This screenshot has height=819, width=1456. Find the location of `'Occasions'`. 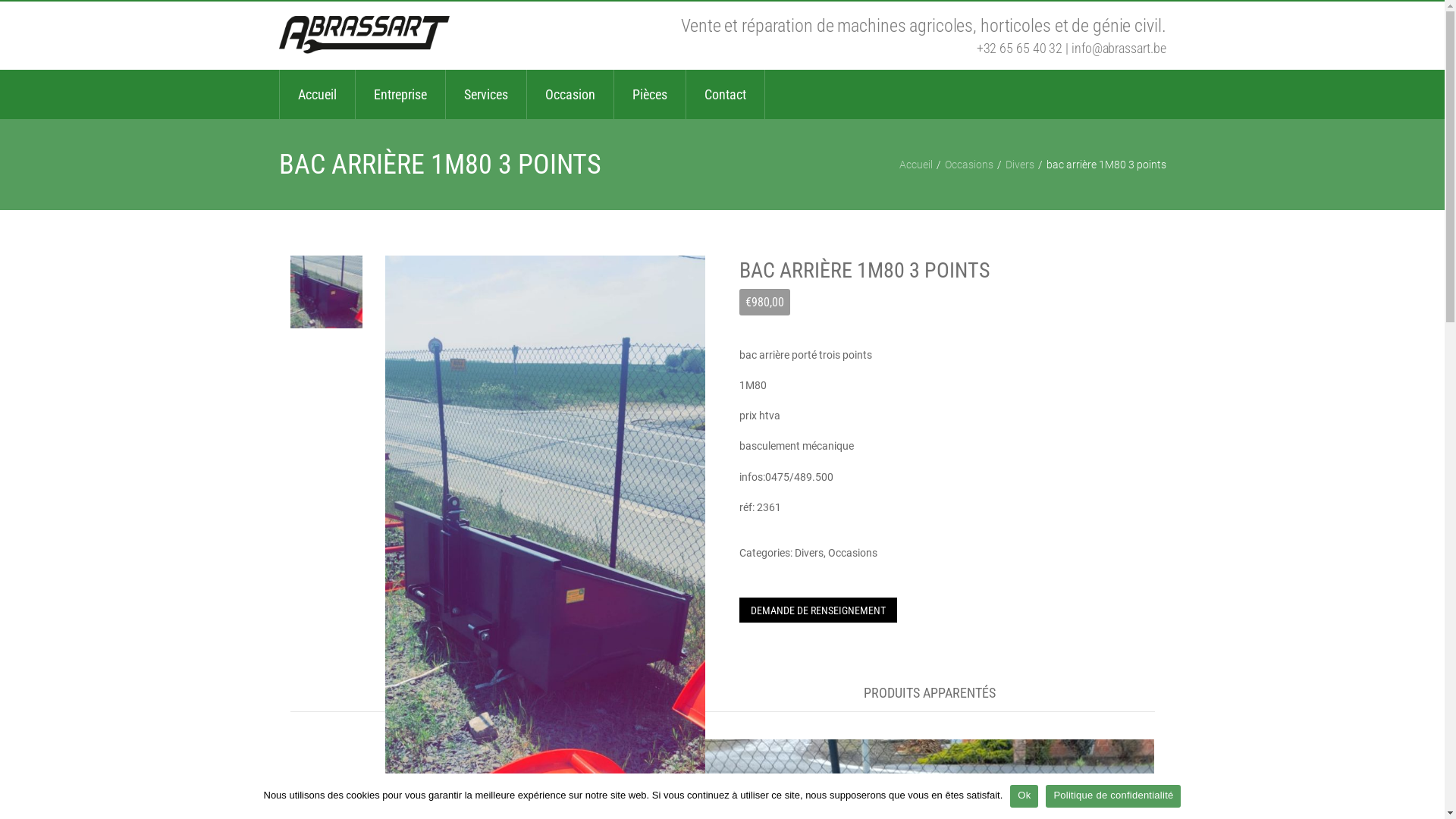

'Occasions' is located at coordinates (852, 553).